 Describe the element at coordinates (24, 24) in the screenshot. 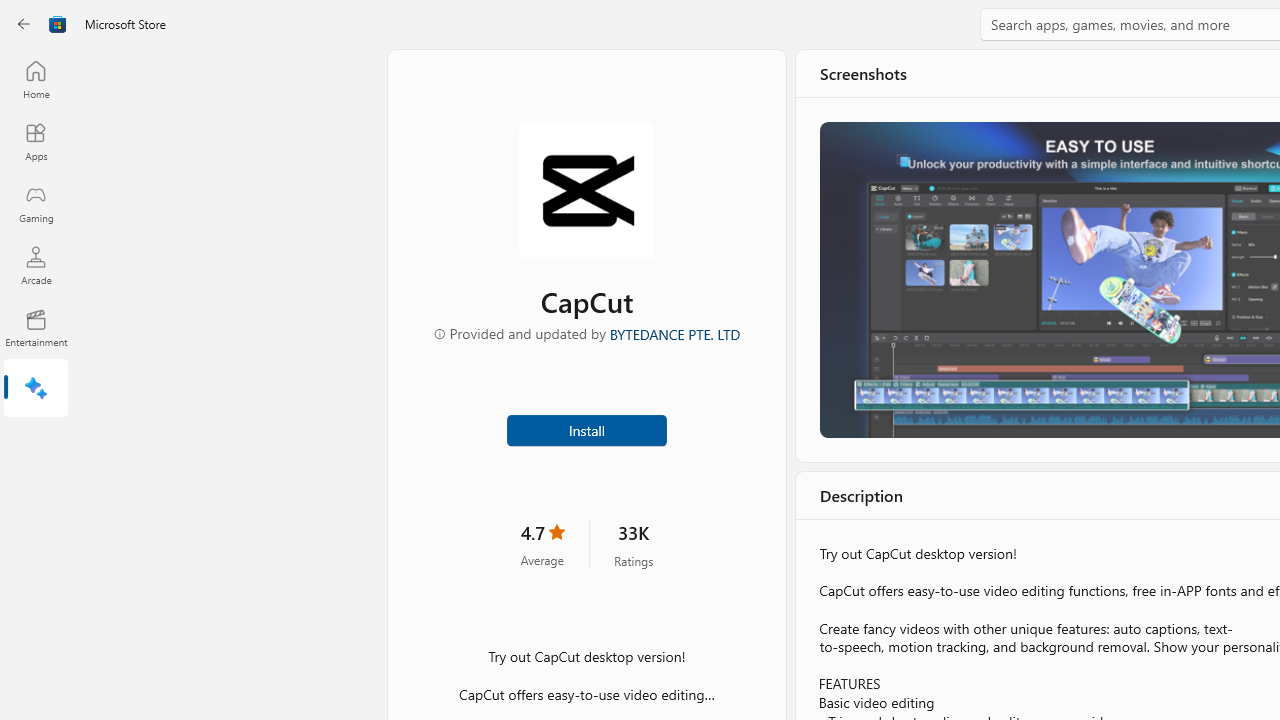

I see `'Back'` at that location.